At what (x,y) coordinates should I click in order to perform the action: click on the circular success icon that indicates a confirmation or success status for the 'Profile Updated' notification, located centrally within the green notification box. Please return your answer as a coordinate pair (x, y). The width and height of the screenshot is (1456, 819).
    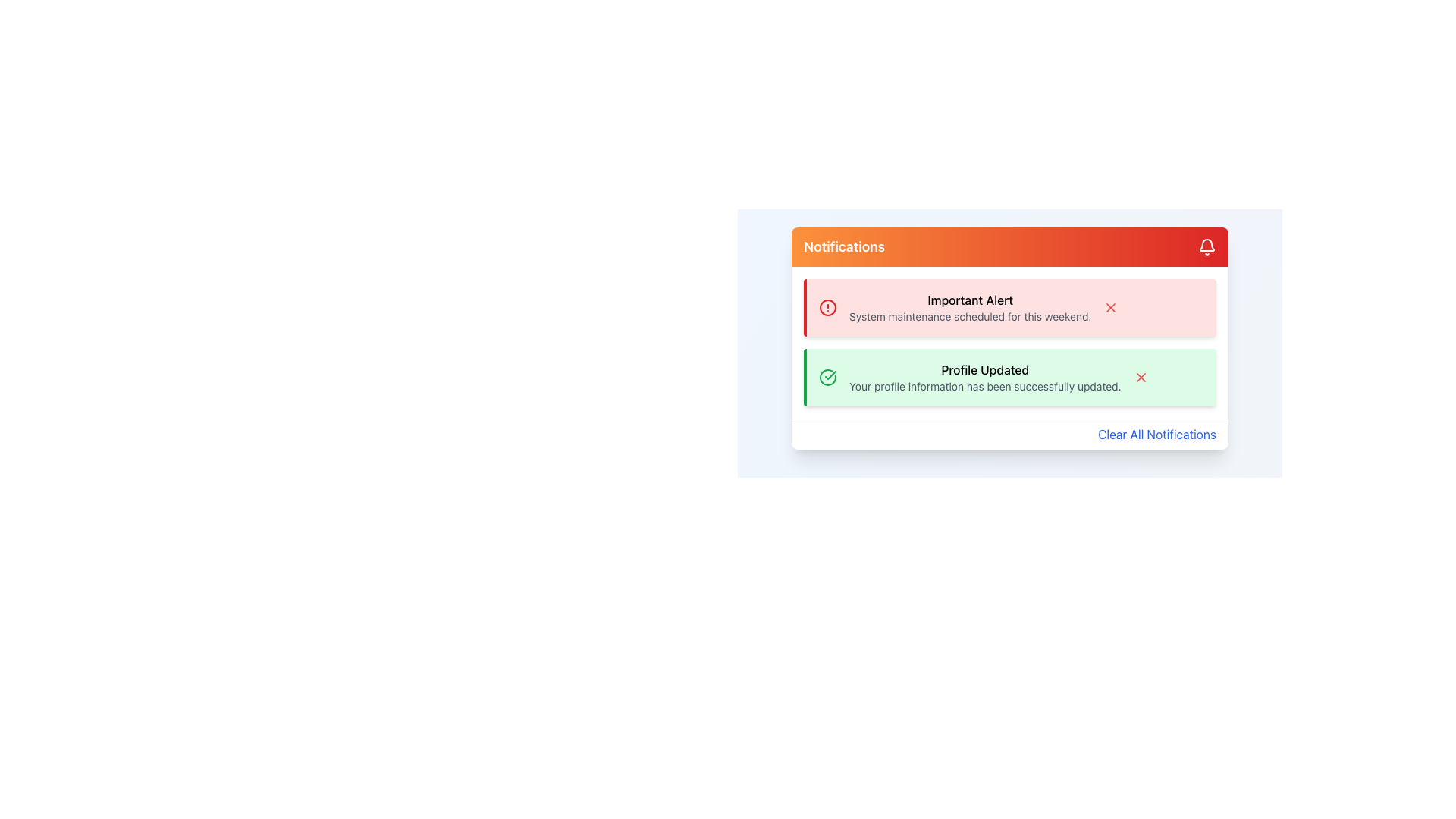
    Looking at the image, I should click on (830, 375).